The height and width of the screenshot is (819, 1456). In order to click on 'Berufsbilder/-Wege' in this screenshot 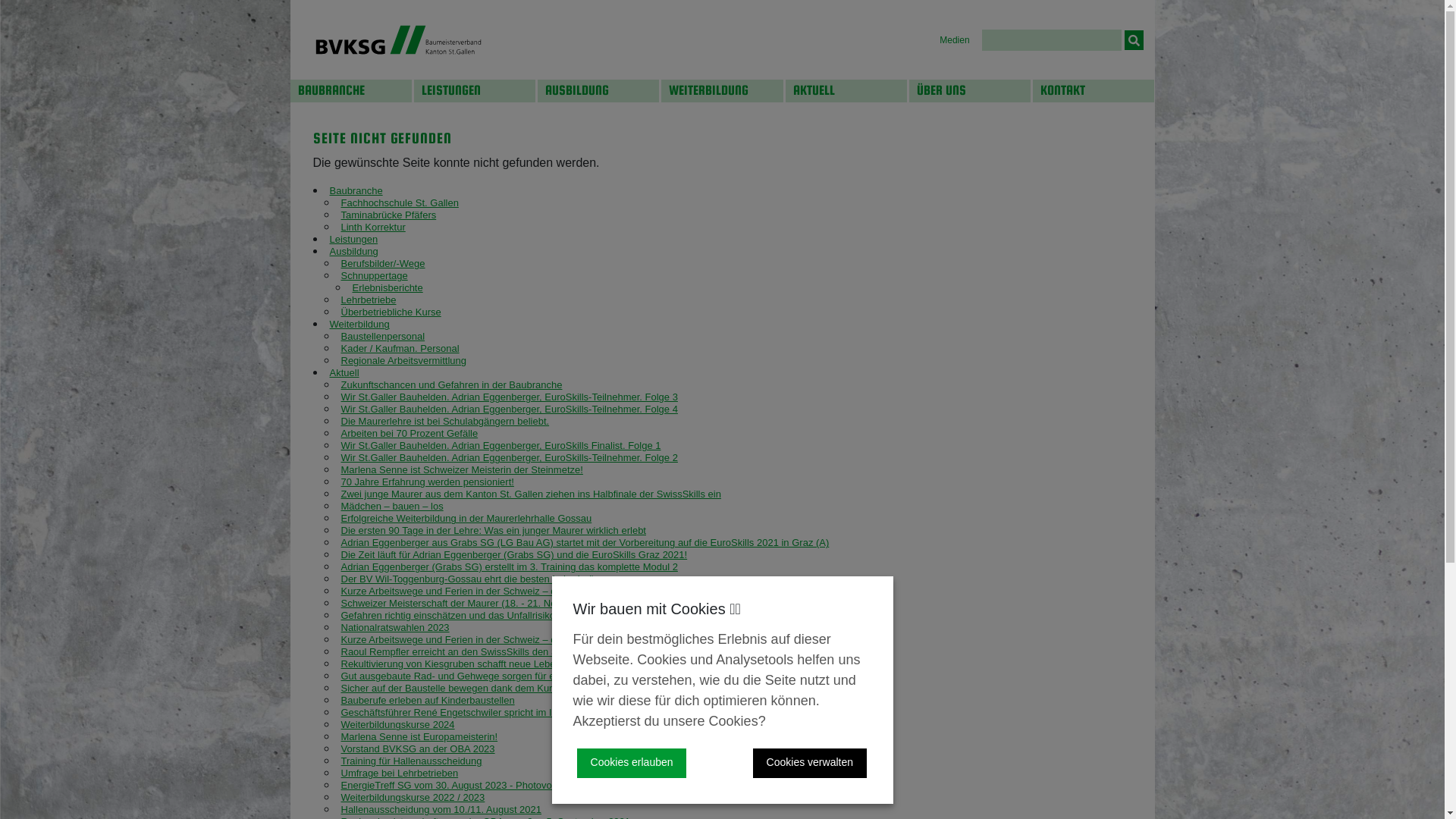, I will do `click(383, 262)`.